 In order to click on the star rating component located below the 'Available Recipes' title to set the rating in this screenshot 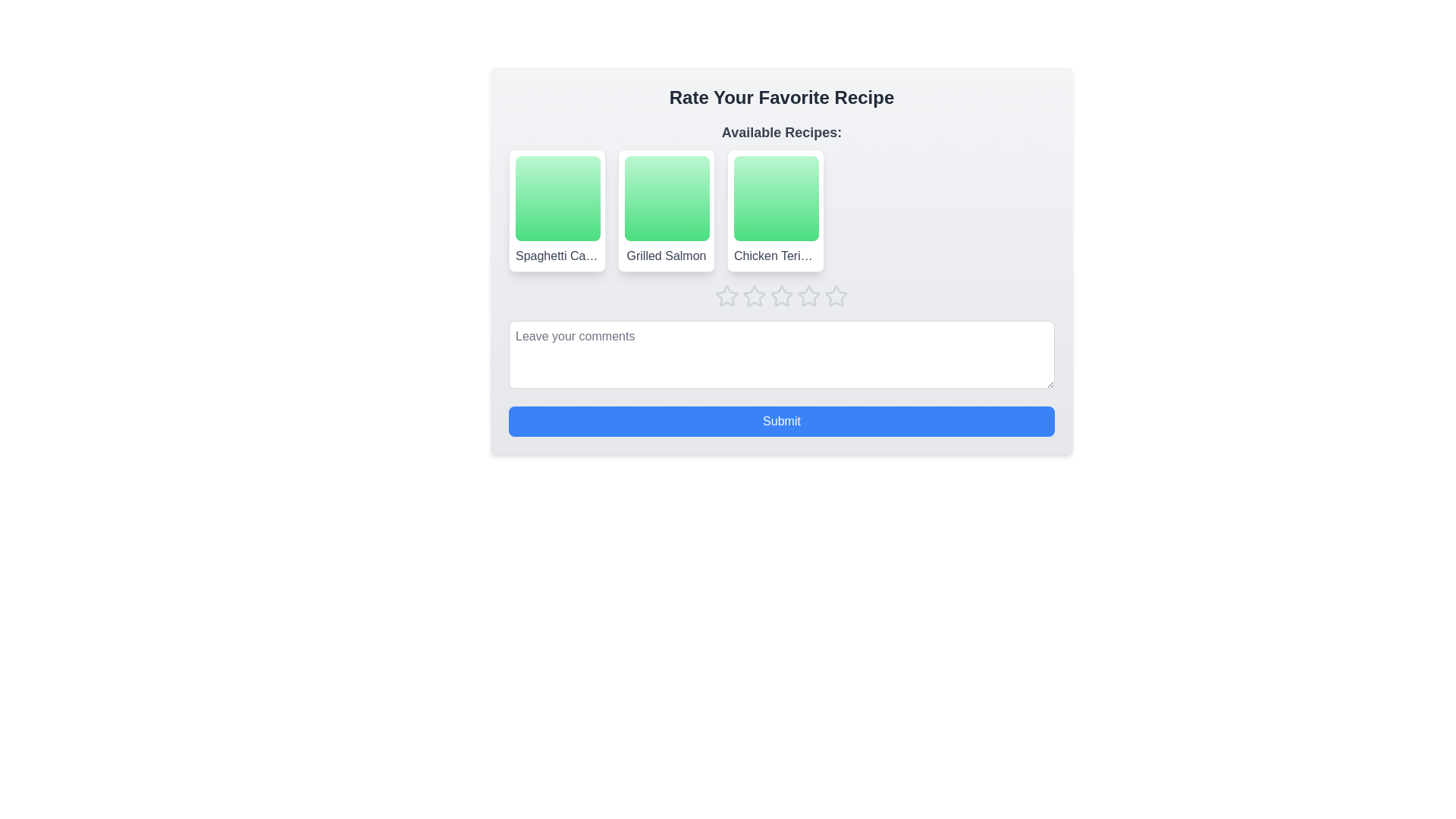, I will do `click(782, 296)`.